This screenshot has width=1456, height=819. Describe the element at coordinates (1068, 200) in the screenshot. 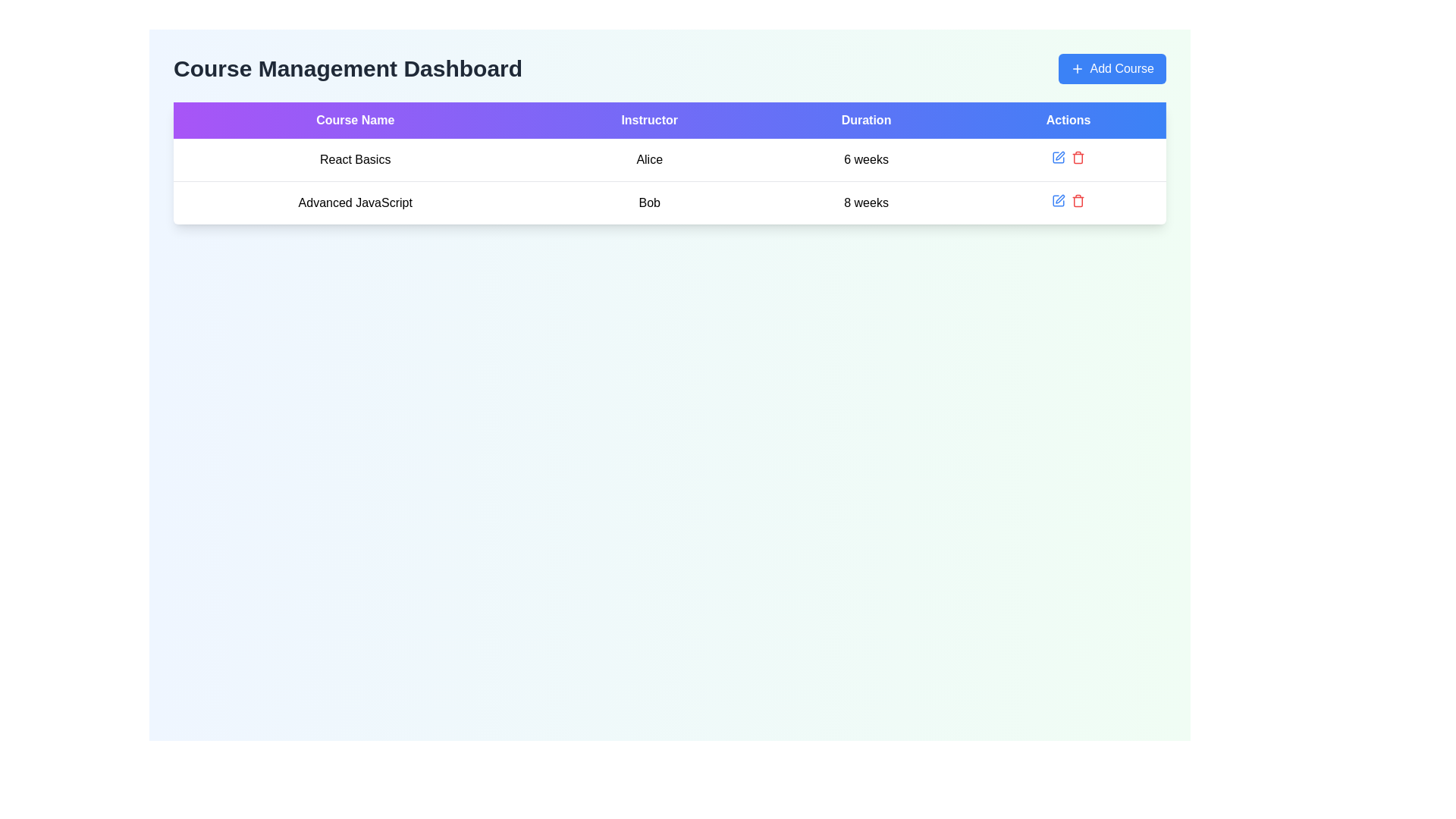

I see `the action buttons for the 'Advanced JavaScript' course located in the 'Actions' column of the second row` at that location.